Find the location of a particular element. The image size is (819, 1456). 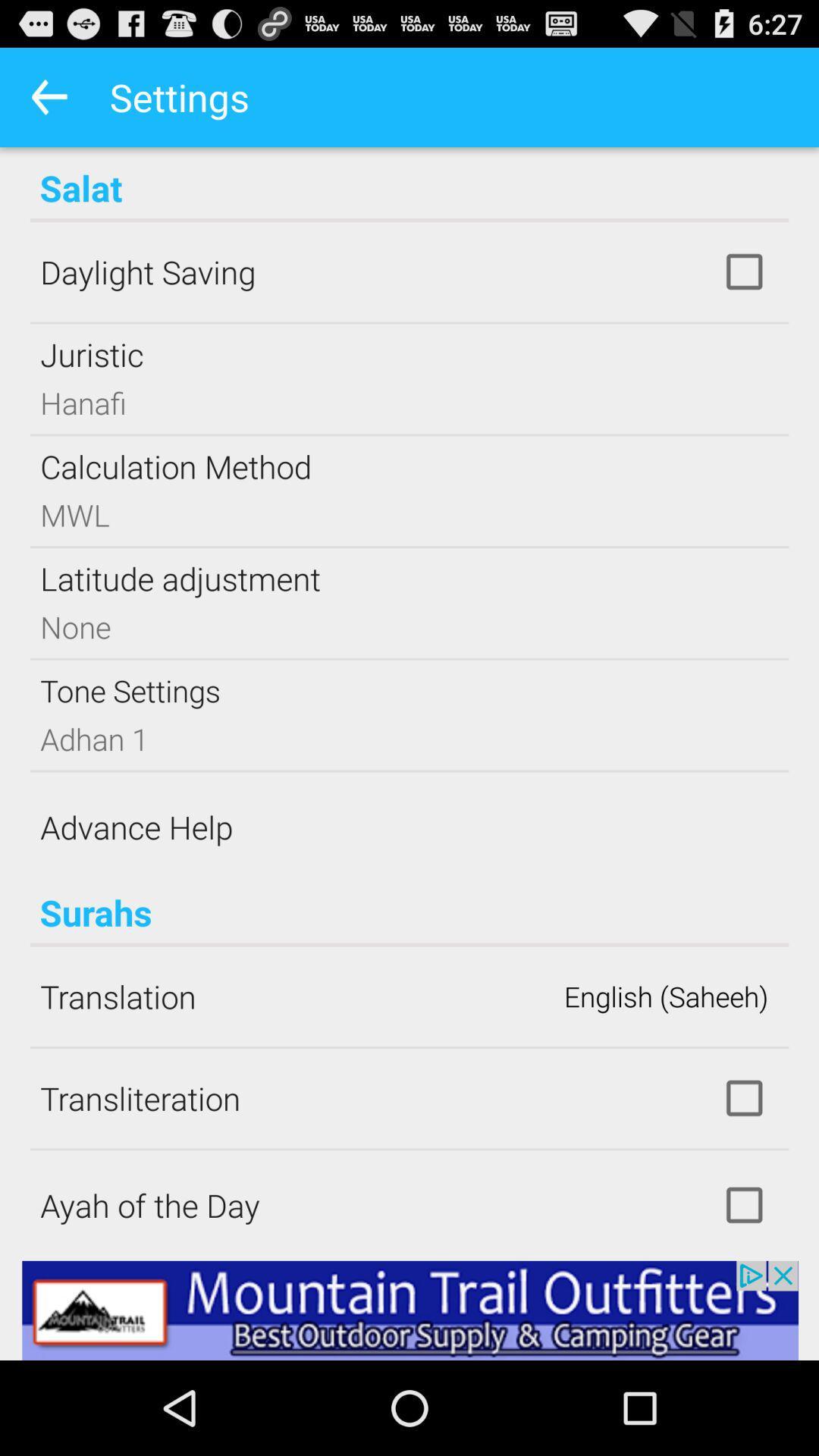

advertisement page is located at coordinates (409, 1310).